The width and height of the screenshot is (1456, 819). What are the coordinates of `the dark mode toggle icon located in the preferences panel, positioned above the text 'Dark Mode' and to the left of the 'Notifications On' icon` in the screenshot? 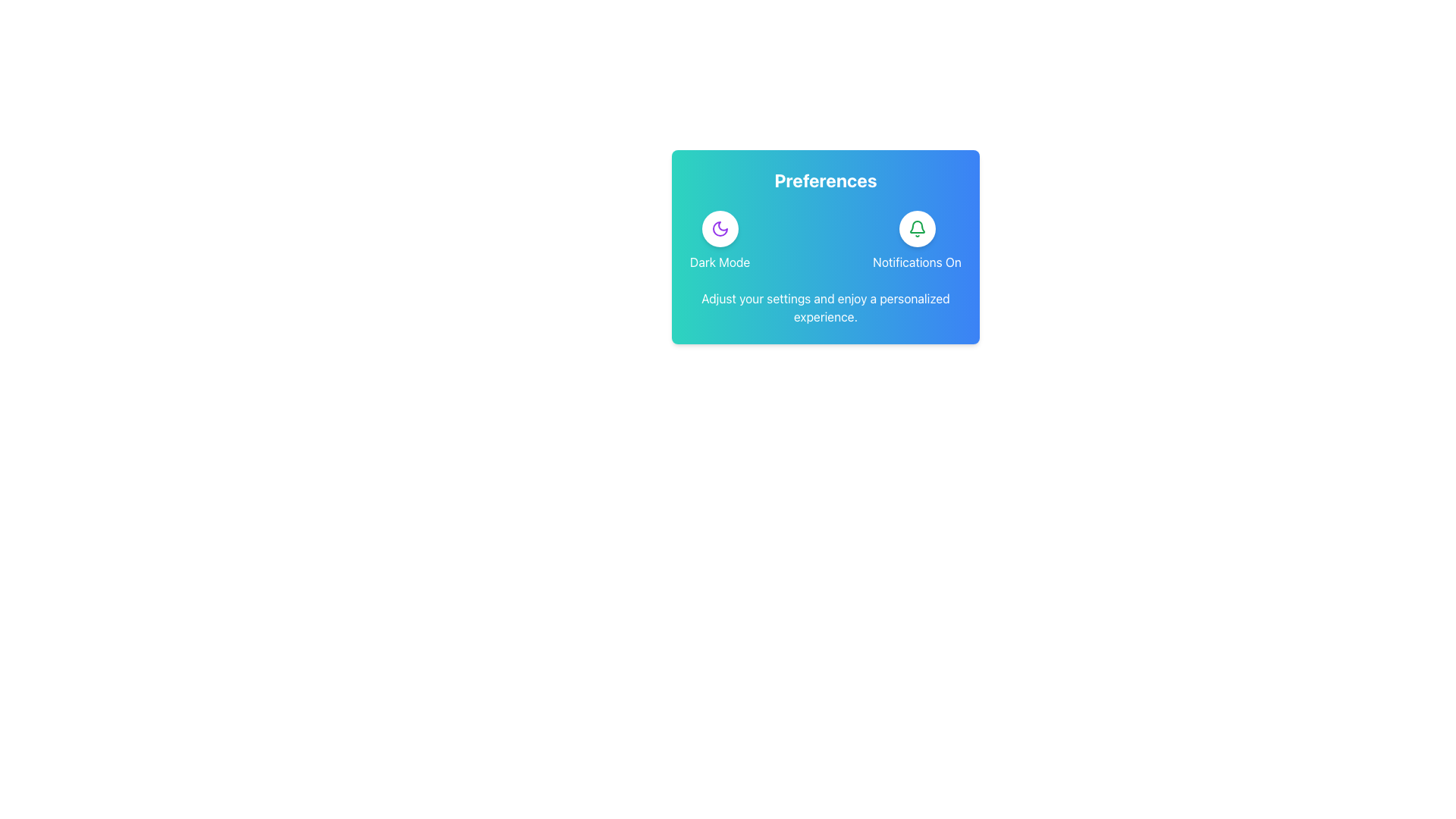 It's located at (719, 228).